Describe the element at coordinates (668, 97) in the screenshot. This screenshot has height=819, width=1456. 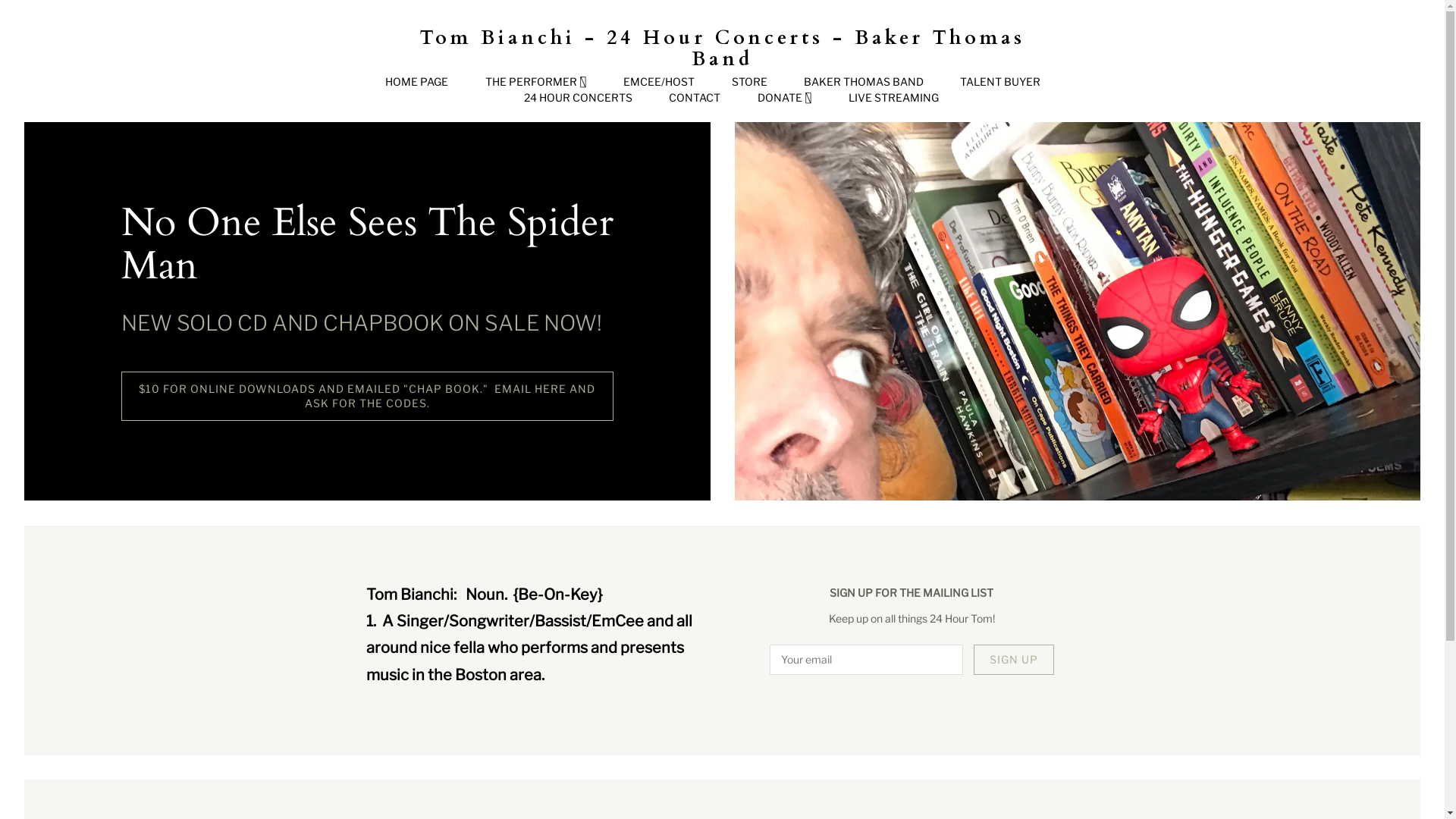
I see `'CONTACT'` at that location.